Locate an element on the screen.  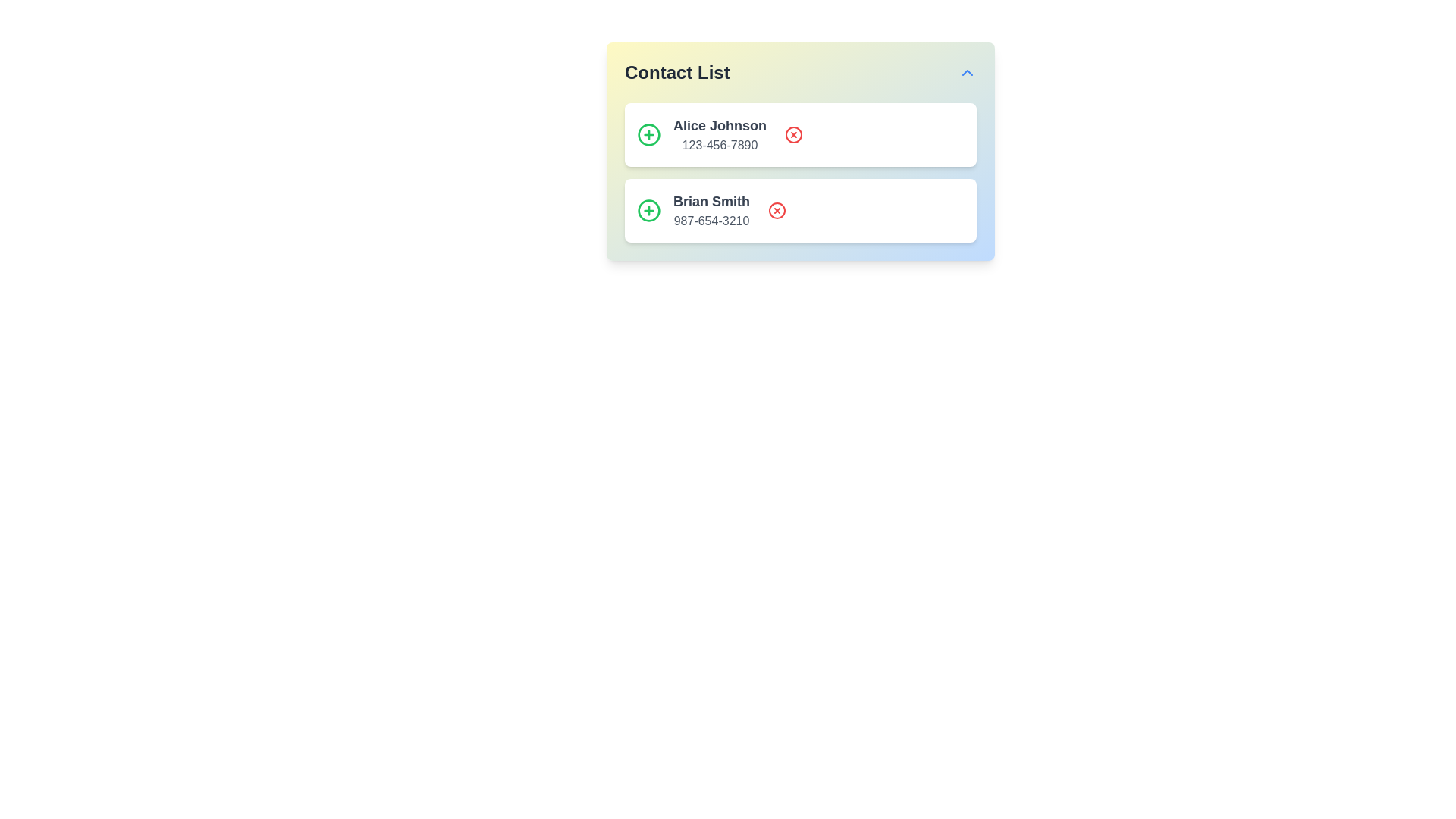
the icon button located to the left of the contact entry for 'Alice Johnson' is located at coordinates (648, 133).